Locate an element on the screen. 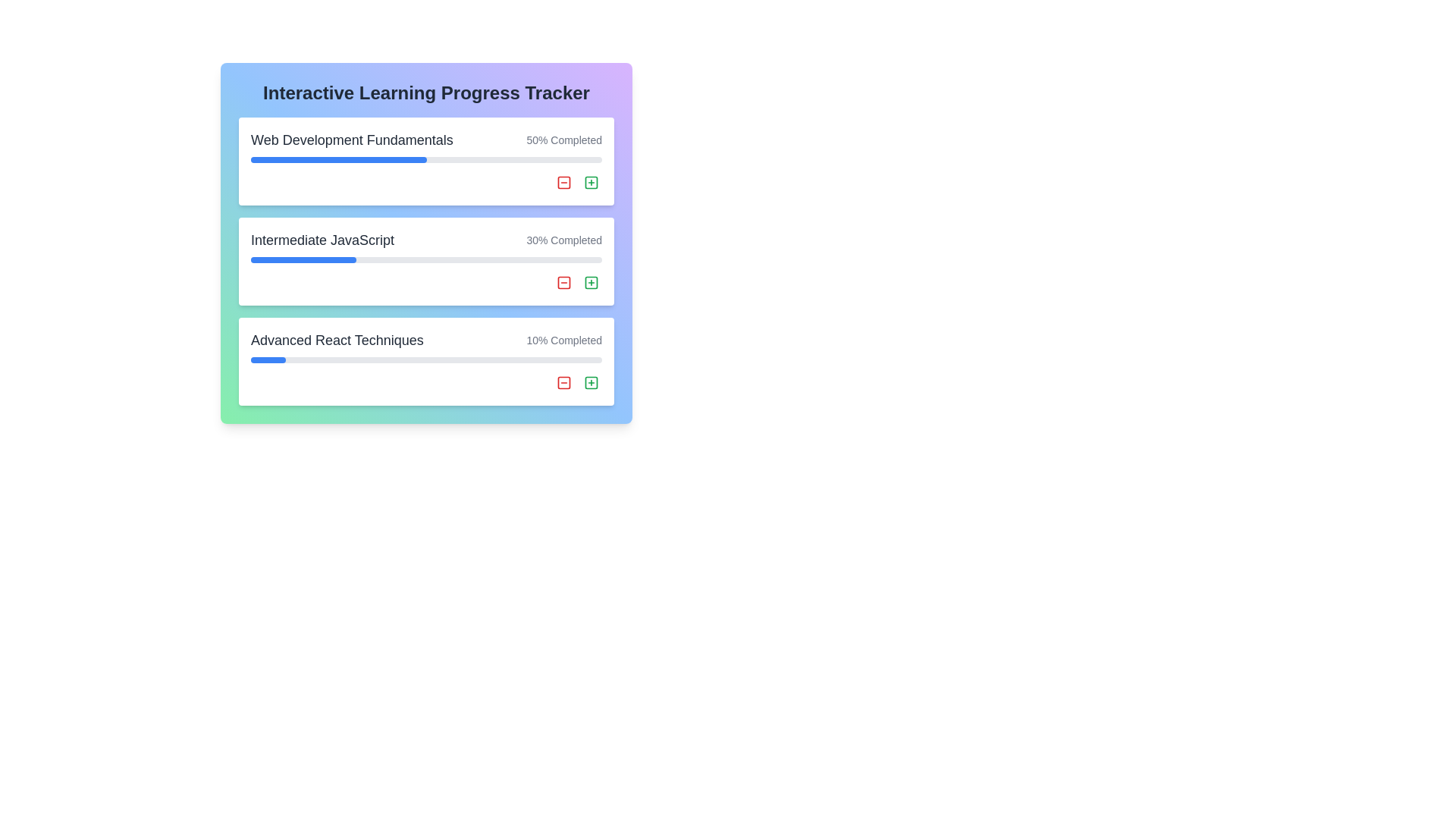  the group of interactive buttons located at the footer of the 'Web Development Fundamentals' section for potential visual feedback is located at coordinates (425, 181).